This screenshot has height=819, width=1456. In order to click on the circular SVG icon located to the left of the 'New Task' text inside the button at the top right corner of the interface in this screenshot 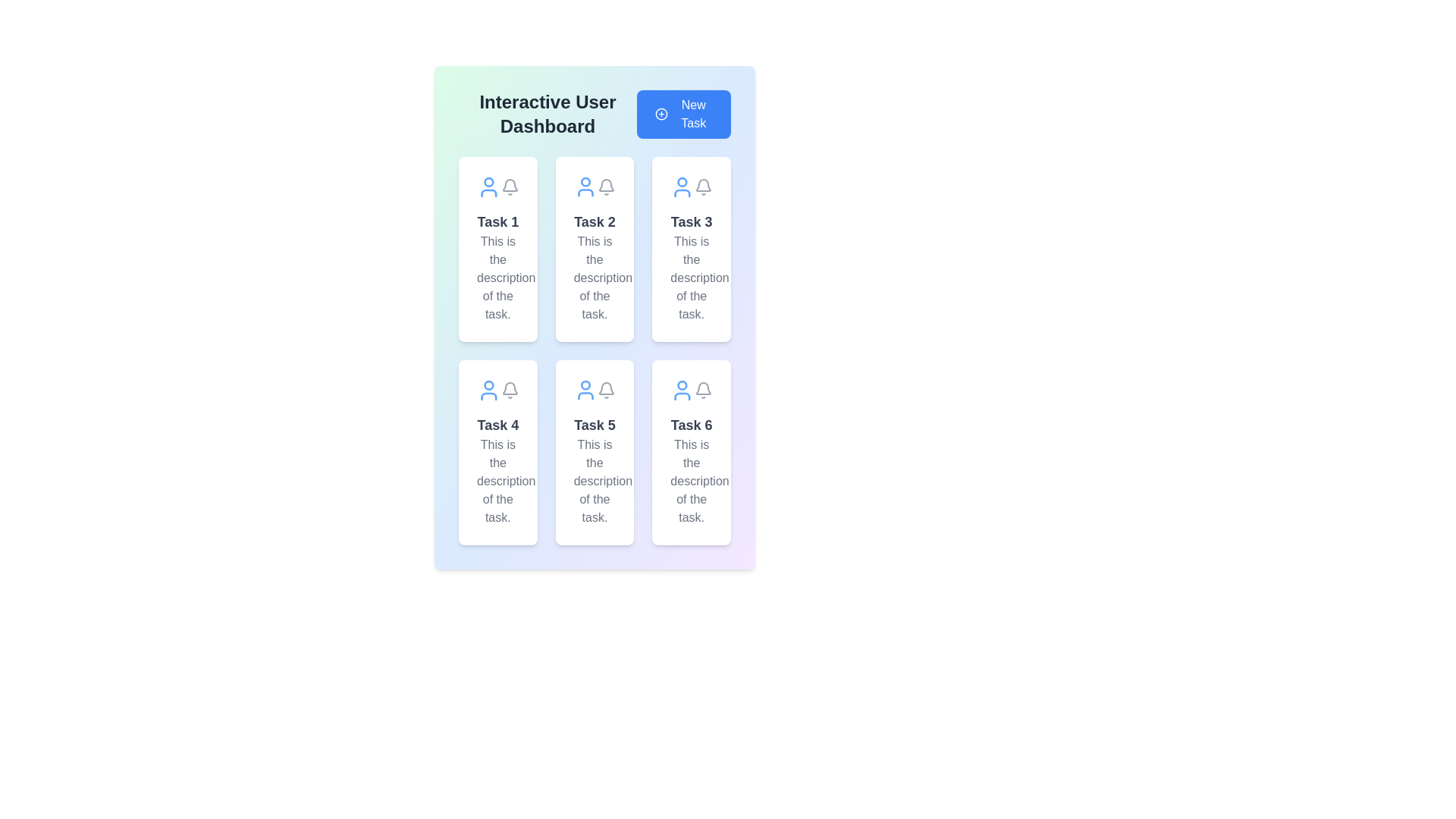, I will do `click(661, 113)`.